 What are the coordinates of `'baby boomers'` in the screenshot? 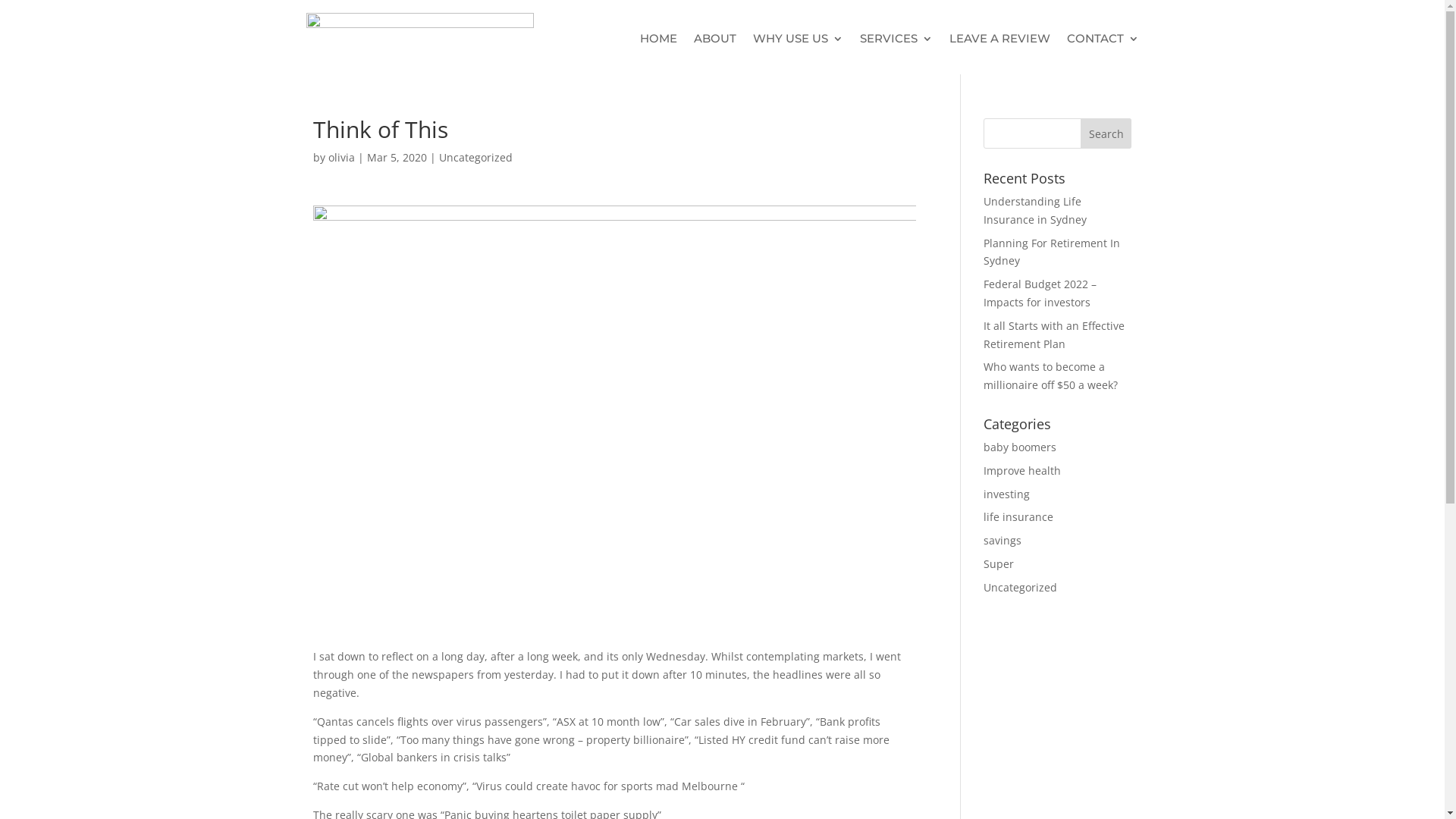 It's located at (1019, 446).